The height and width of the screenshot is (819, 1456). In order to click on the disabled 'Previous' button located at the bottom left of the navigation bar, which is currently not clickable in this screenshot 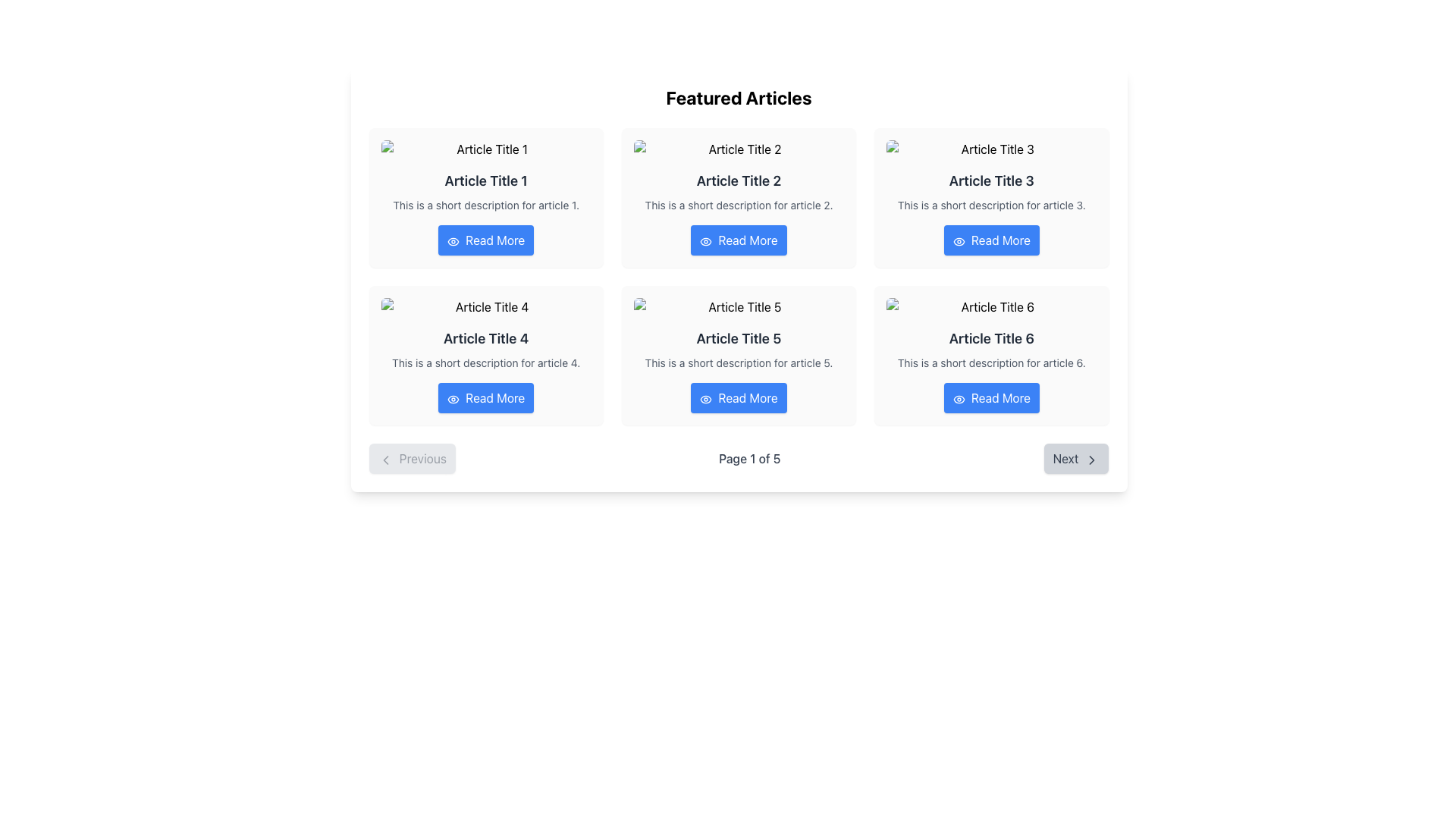, I will do `click(412, 458)`.